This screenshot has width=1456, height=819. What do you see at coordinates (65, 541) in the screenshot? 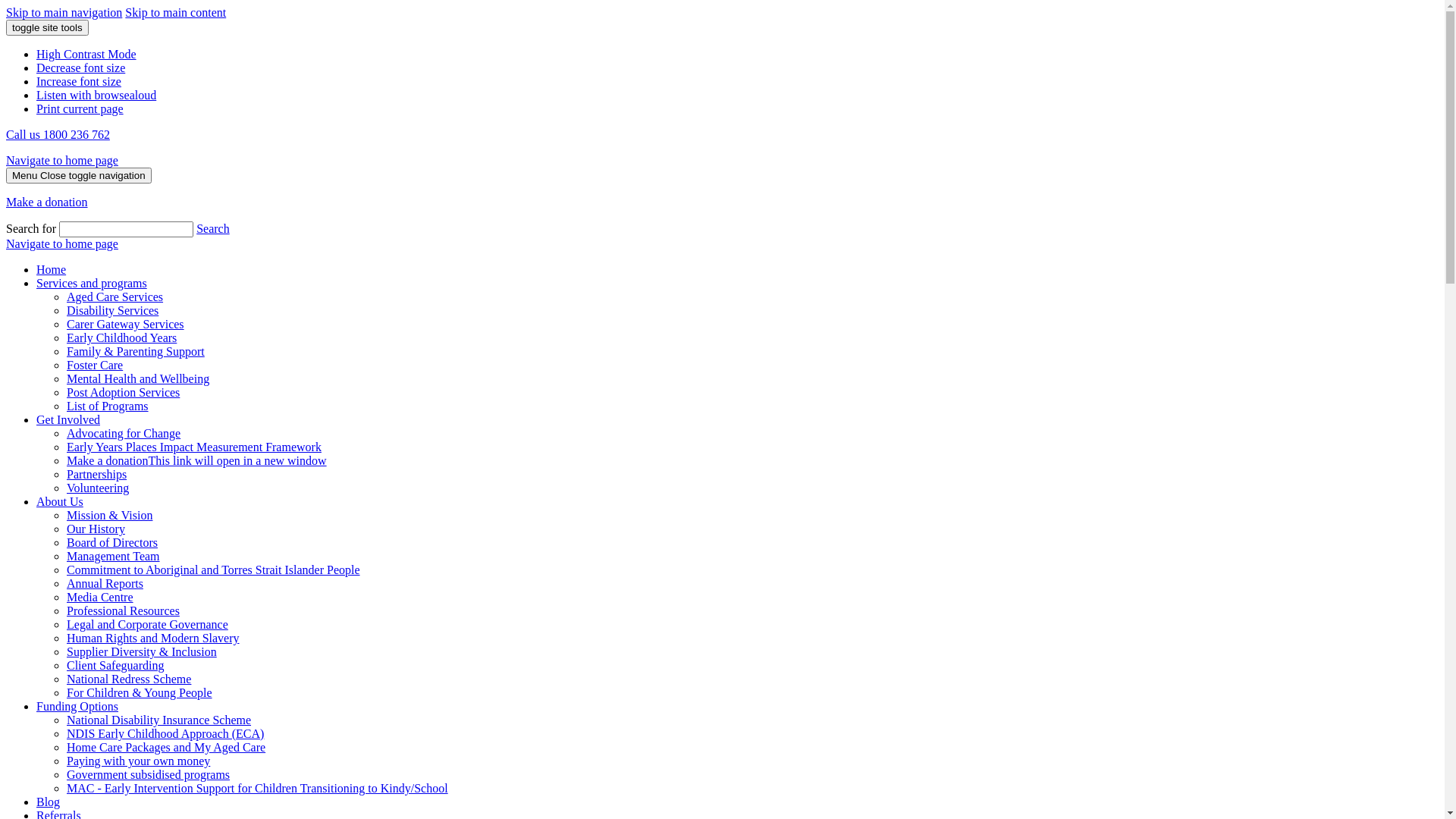
I see `'Board of Directors'` at bounding box center [65, 541].